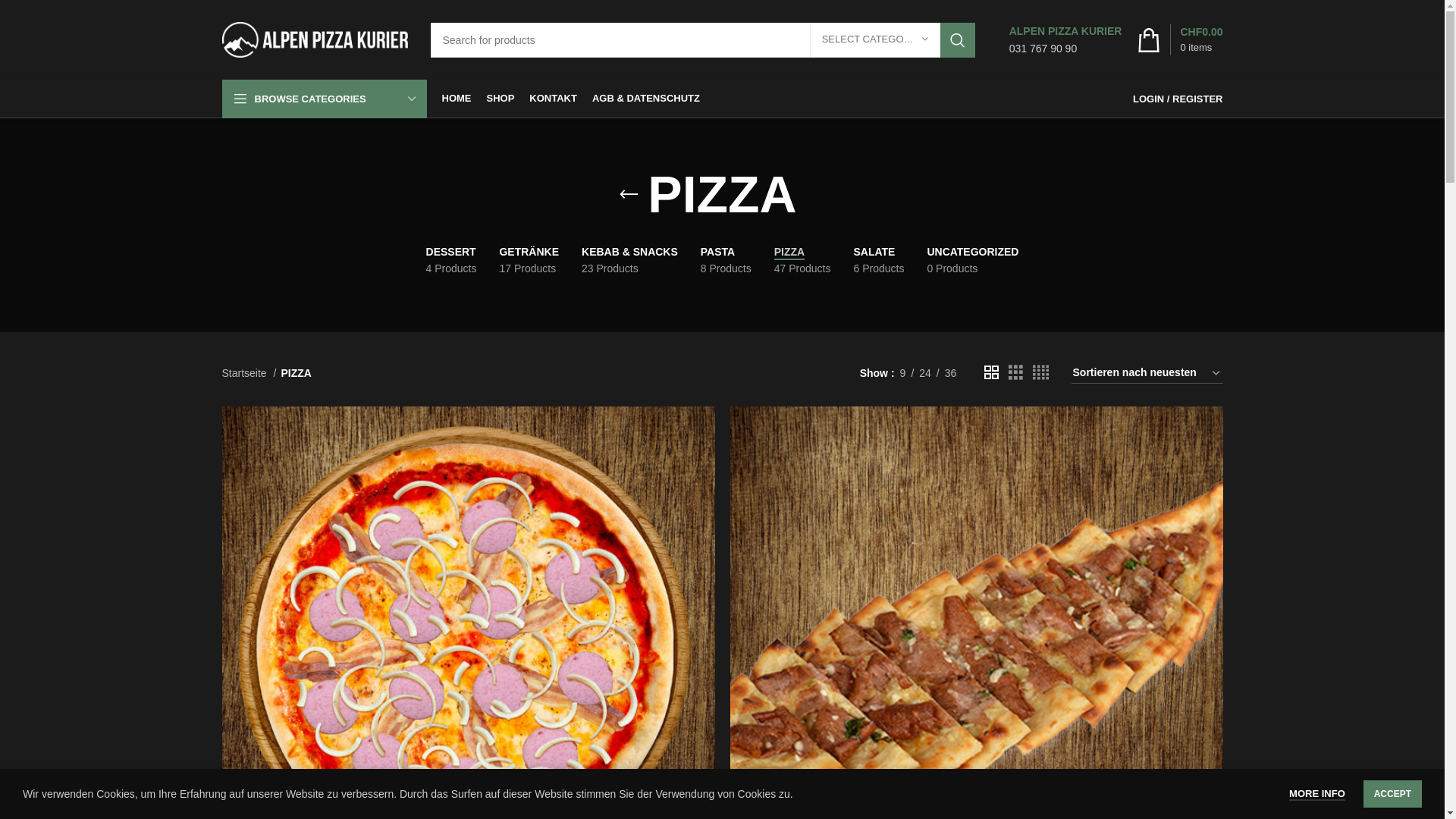 Image resolution: width=1456 pixels, height=819 pixels. What do you see at coordinates (902, 373) in the screenshot?
I see `'9'` at bounding box center [902, 373].